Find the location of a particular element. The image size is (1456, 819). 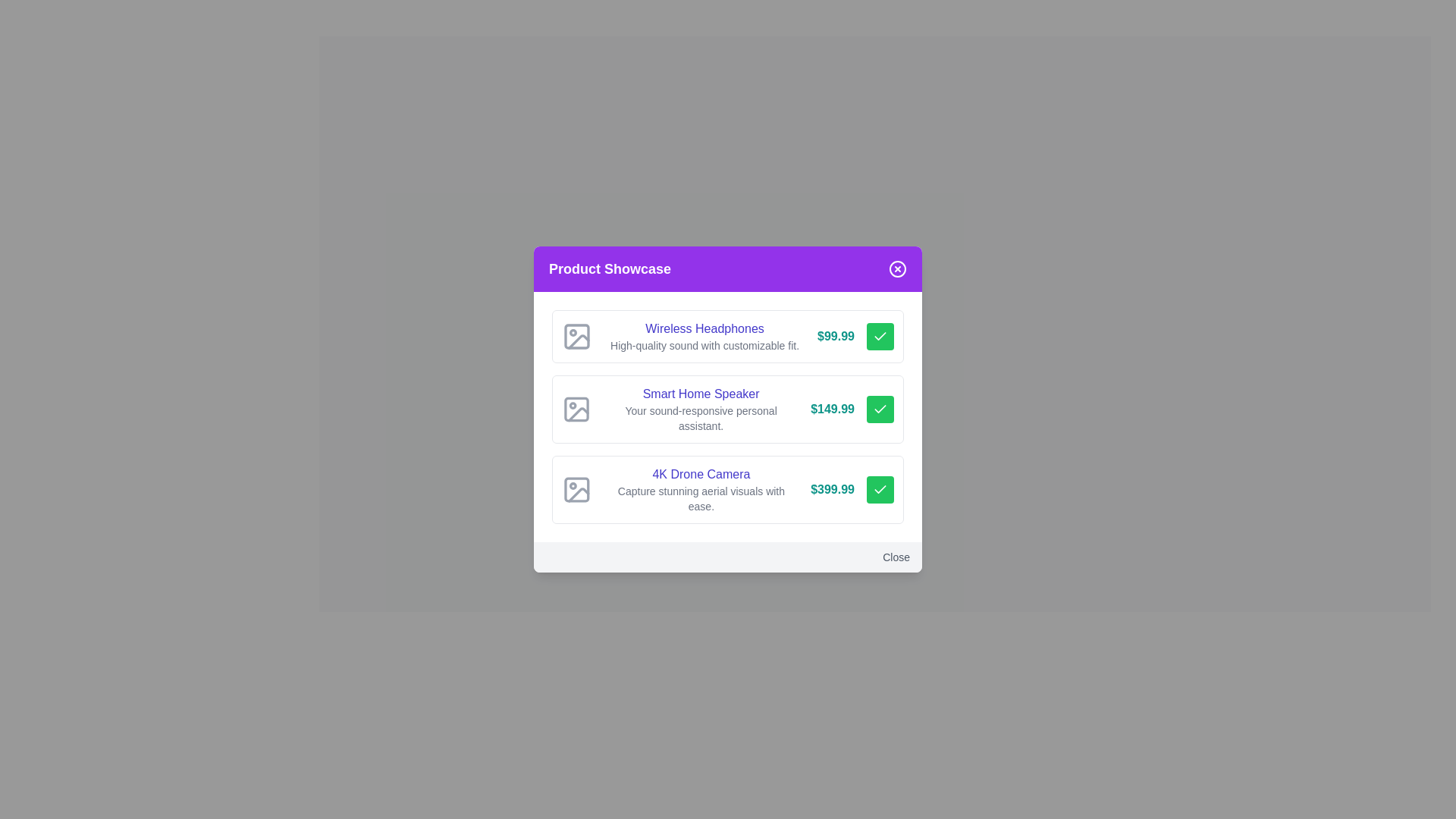

the icon resembling a photo frame with a circular object in one corner, located to the left of the '4K Drone Camera' list item in the modal is located at coordinates (576, 489).